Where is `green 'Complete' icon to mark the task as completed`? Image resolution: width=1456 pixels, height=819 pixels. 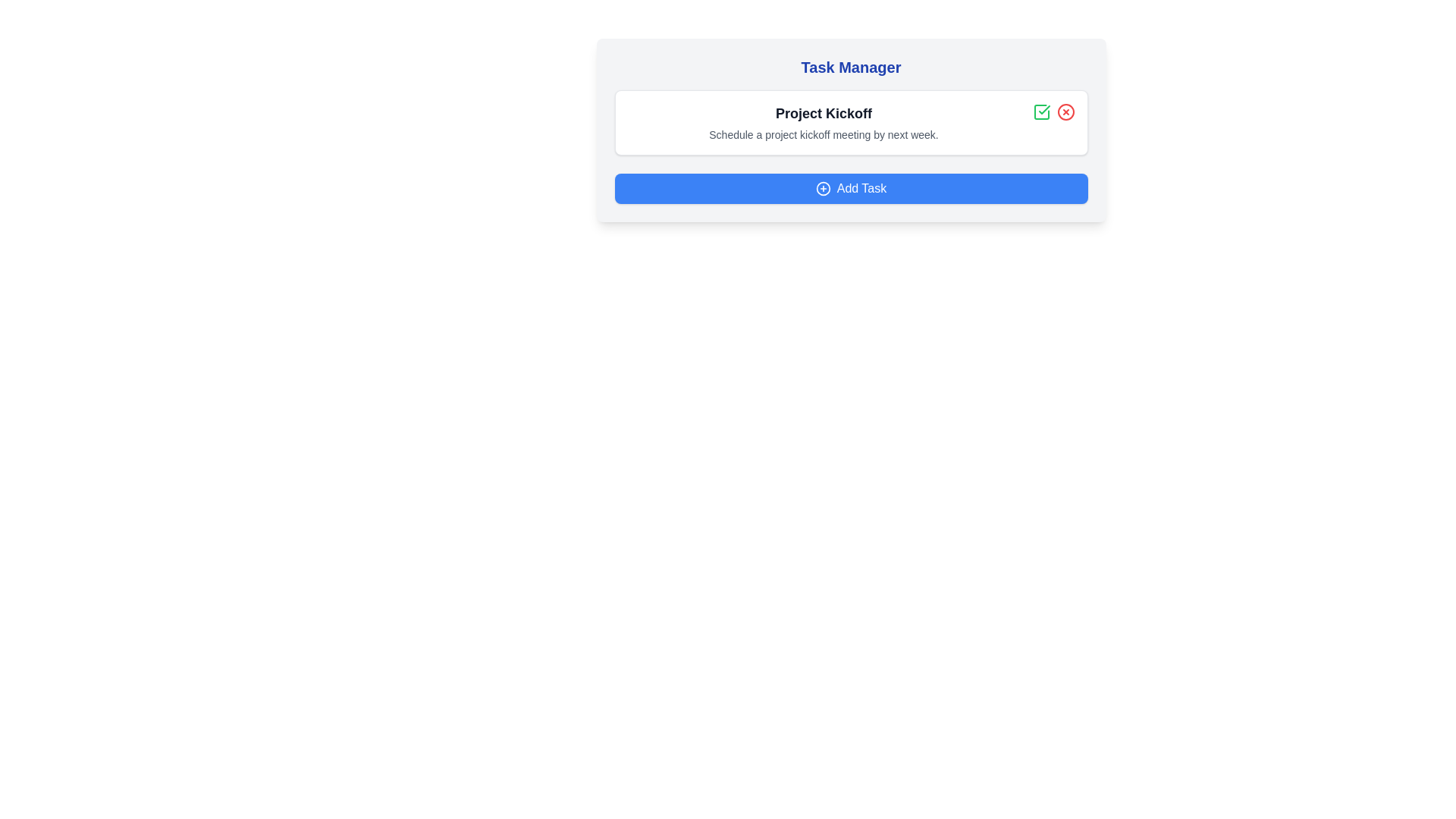
green 'Complete' icon to mark the task as completed is located at coordinates (1040, 111).